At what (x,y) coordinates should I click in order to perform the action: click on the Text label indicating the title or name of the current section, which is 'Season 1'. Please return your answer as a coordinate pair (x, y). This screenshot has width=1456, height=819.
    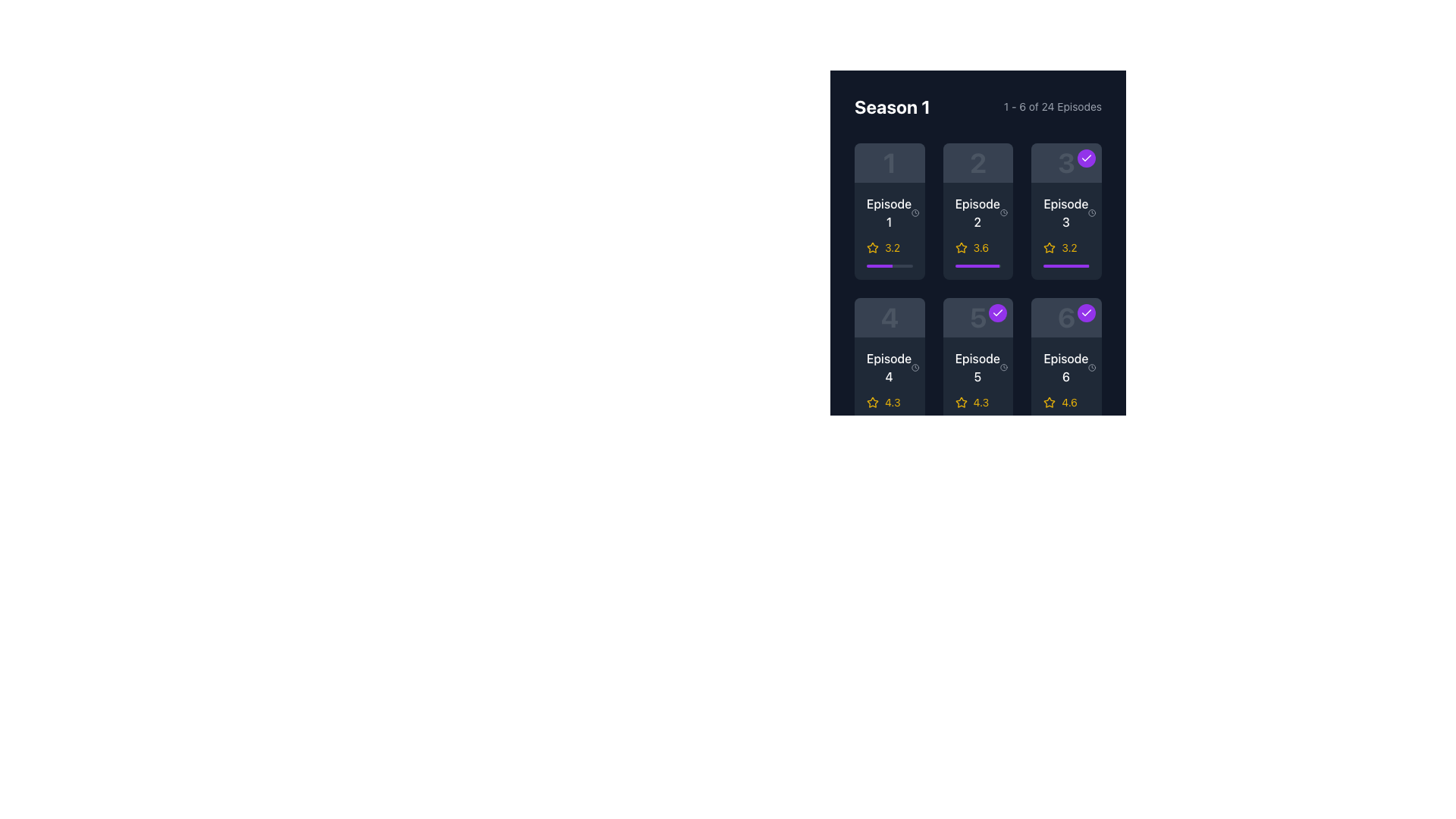
    Looking at the image, I should click on (892, 106).